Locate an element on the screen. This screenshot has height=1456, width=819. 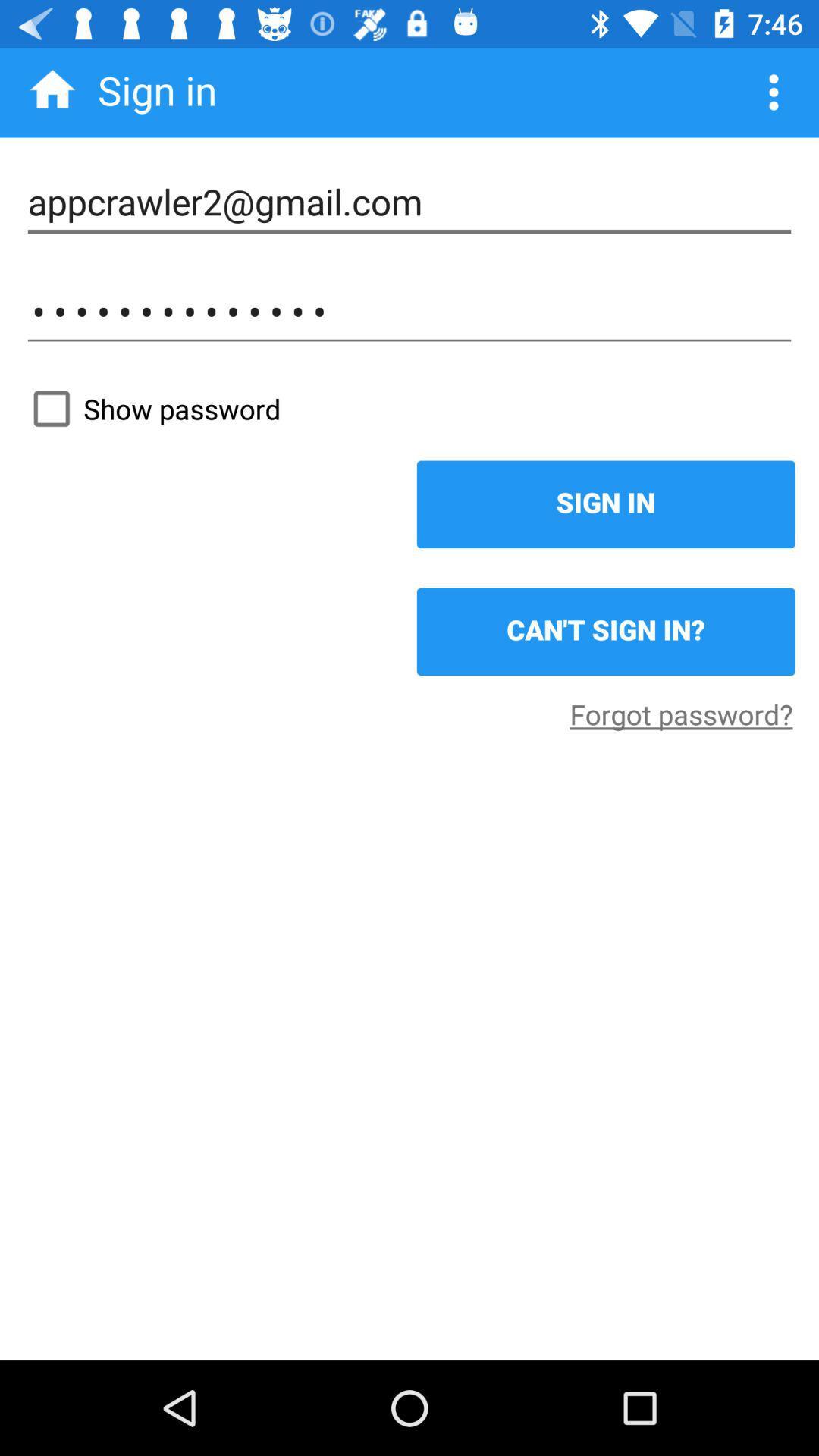
the icon below appcrawler3116 item is located at coordinates (409, 409).